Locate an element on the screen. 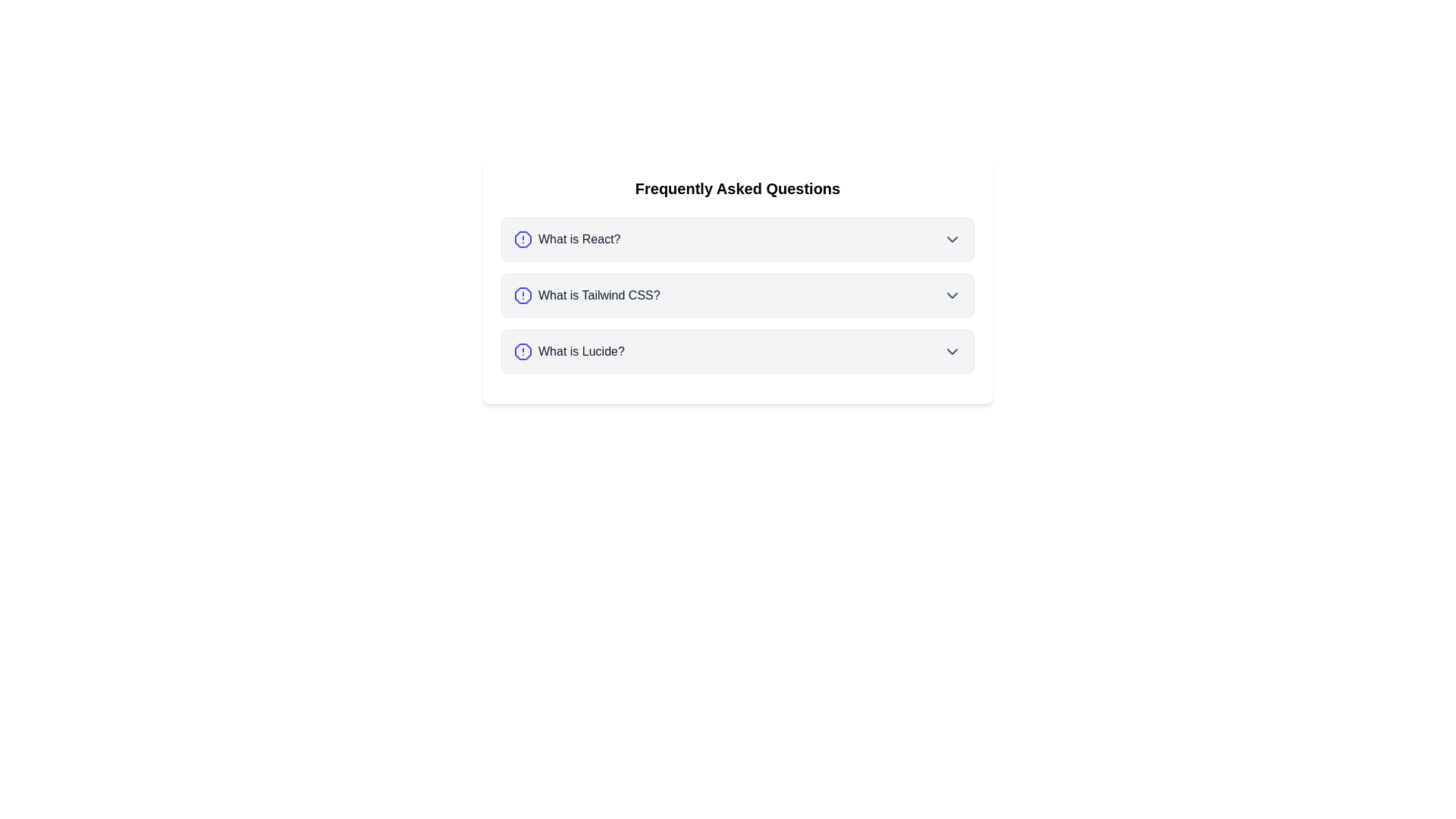  the indigo-stroke octagonal icon located to the left of the text 'What is Lucide?' in the FAQ section is located at coordinates (523, 351).